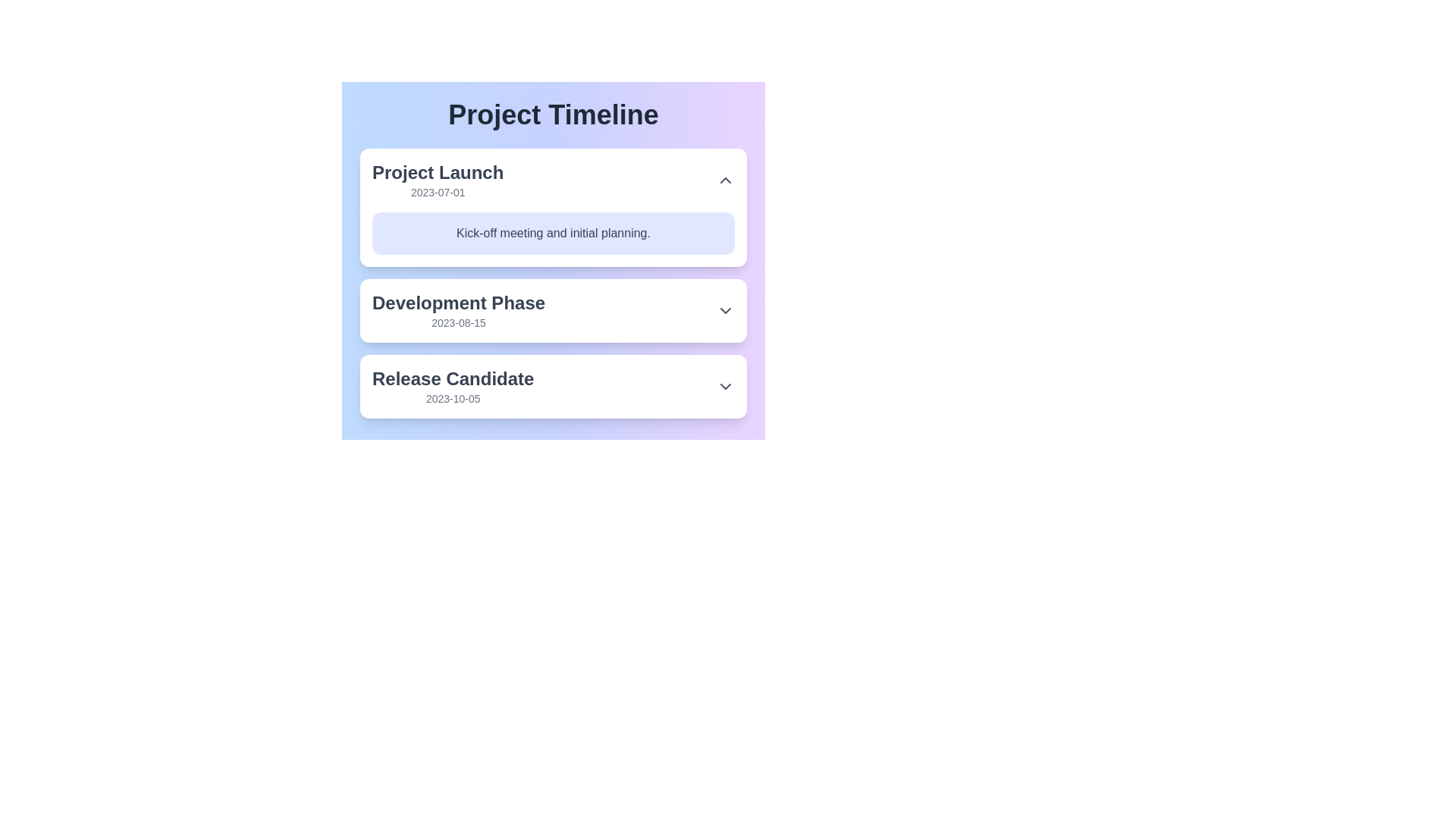 This screenshot has height=819, width=1456. I want to click on the downward-pointing gray chevron icon indicating the expandable 'Development Phase' section for visual cue, so click(724, 309).